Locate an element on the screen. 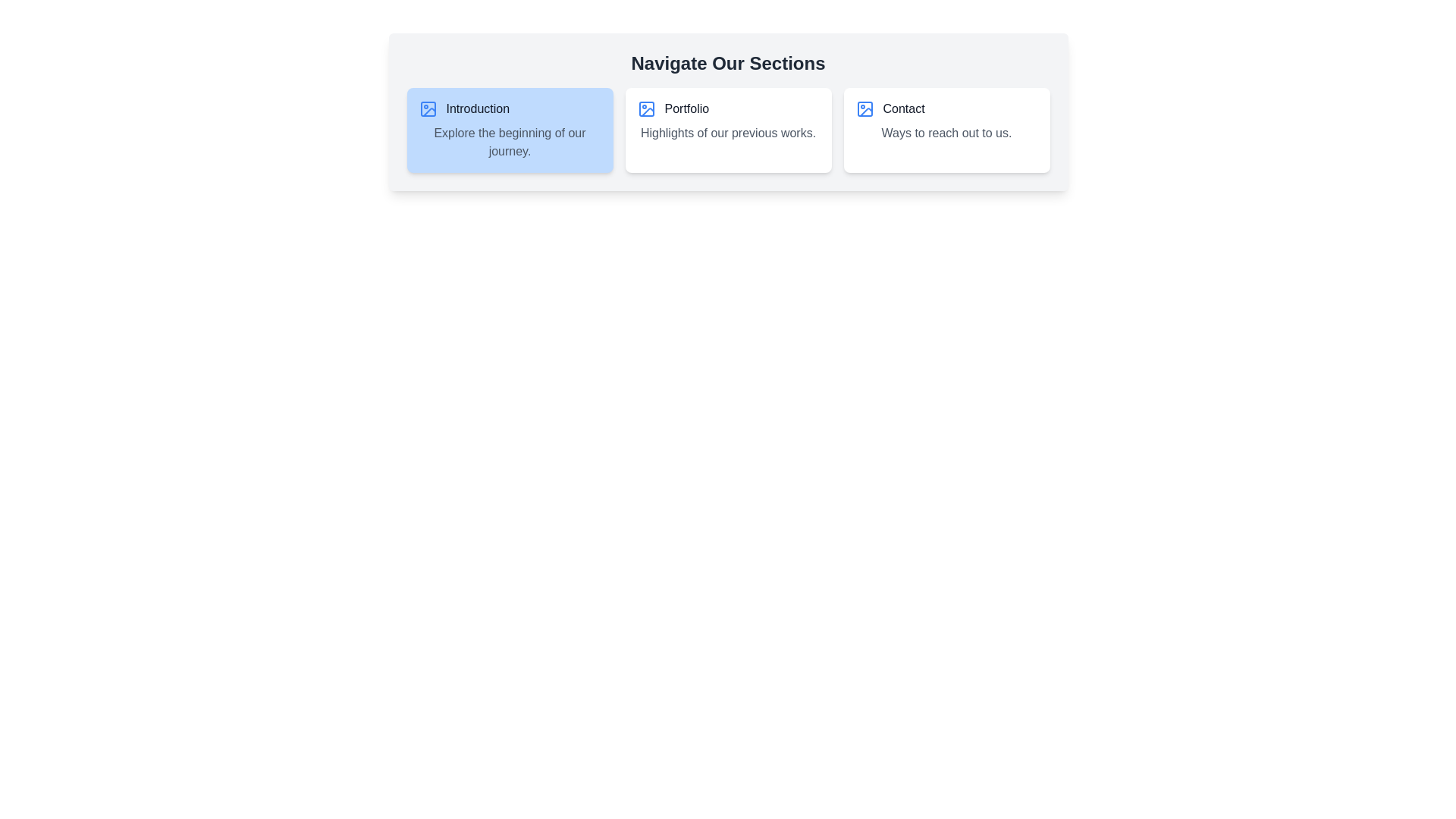 The width and height of the screenshot is (1456, 819). the first descriptive card in the horizontal row, which introduces the journey or content of the application is located at coordinates (510, 130).